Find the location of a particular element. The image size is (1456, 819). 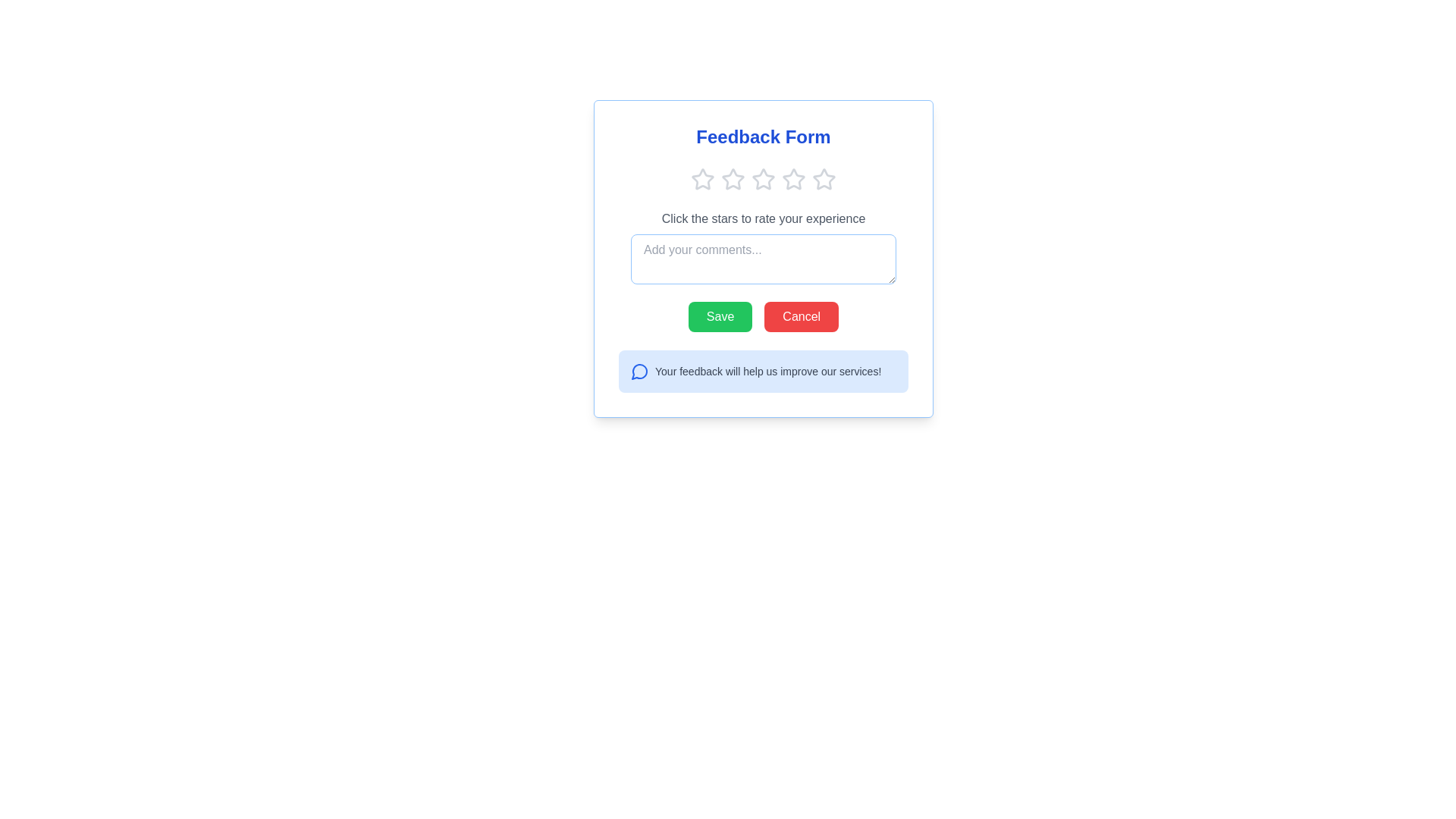

the green 'Save' button located at the bottom center of the feedback form to change its background color is located at coordinates (720, 315).